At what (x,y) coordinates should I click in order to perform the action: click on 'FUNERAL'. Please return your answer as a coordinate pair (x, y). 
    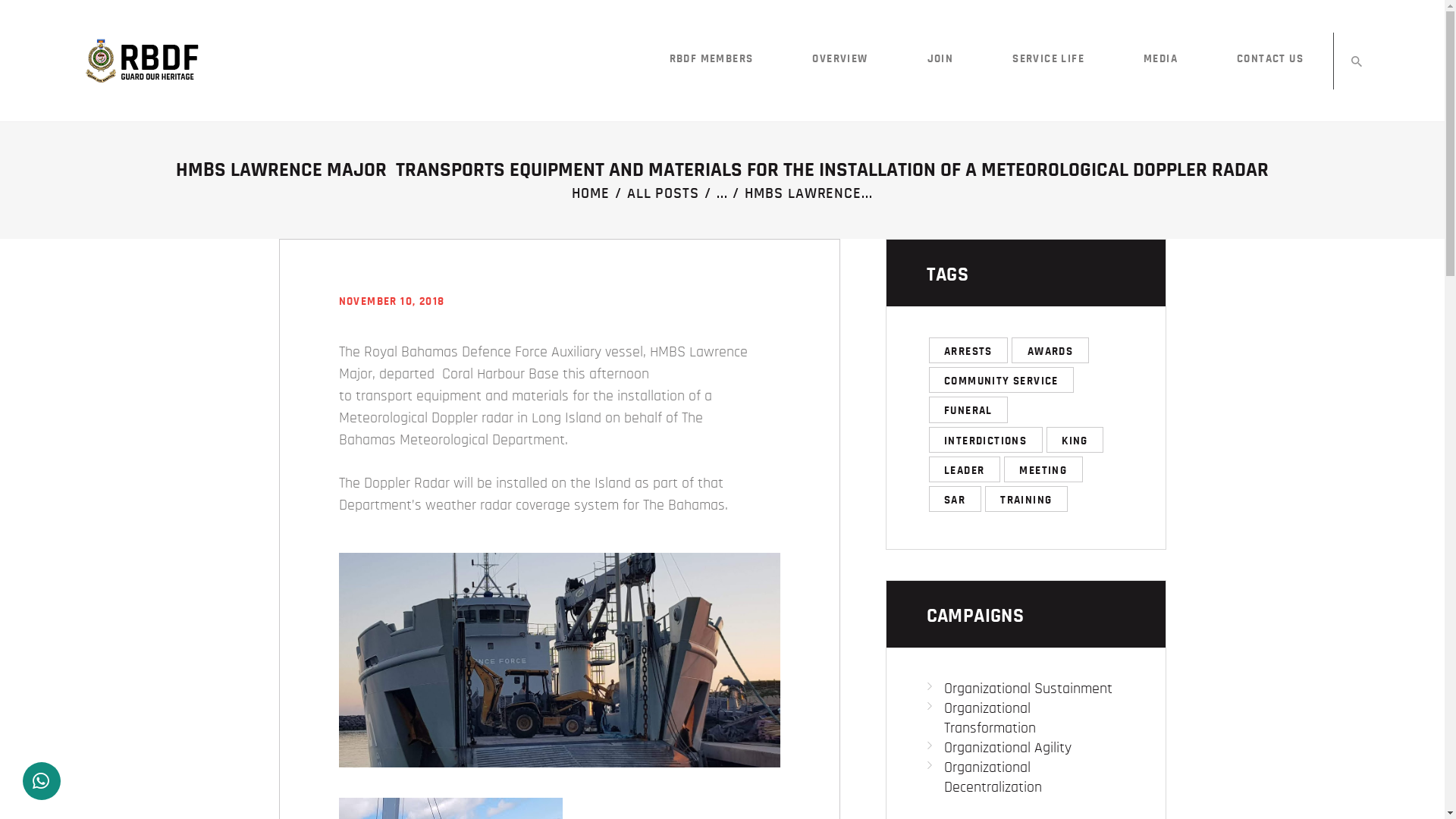
    Looking at the image, I should click on (967, 409).